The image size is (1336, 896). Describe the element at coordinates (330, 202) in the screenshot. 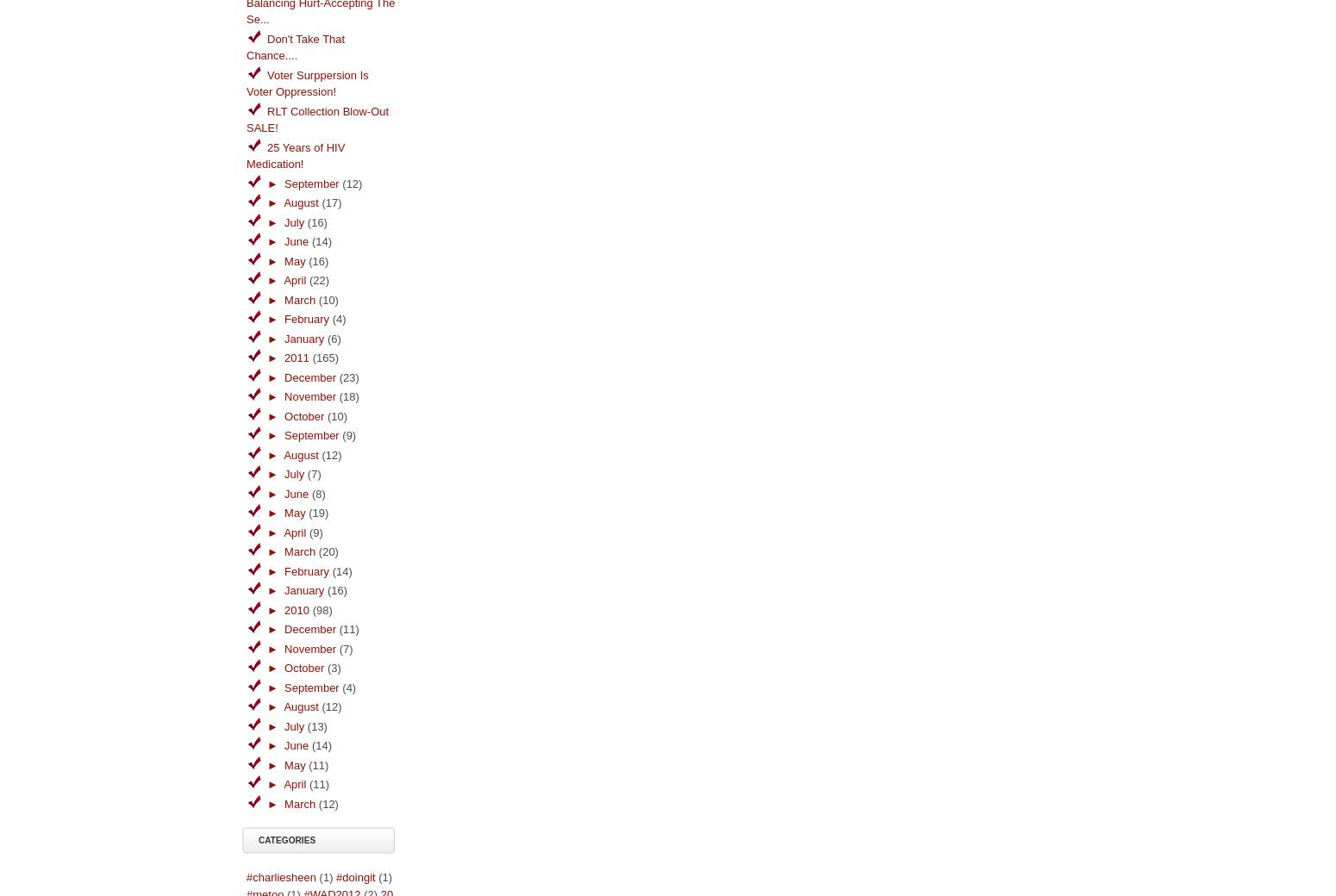

I see `'(17)'` at that location.